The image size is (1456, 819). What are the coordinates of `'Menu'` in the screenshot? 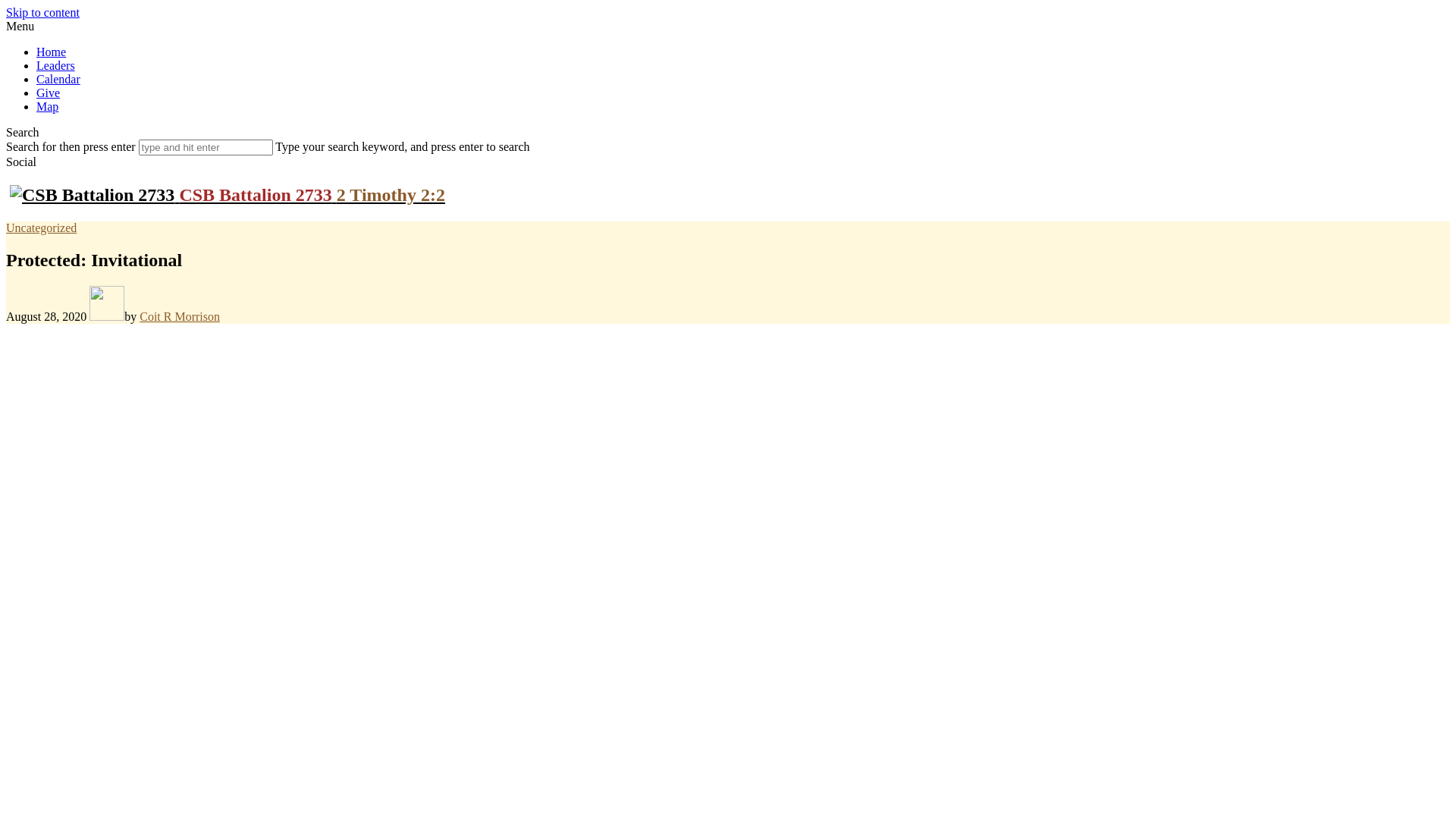 It's located at (20, 26).